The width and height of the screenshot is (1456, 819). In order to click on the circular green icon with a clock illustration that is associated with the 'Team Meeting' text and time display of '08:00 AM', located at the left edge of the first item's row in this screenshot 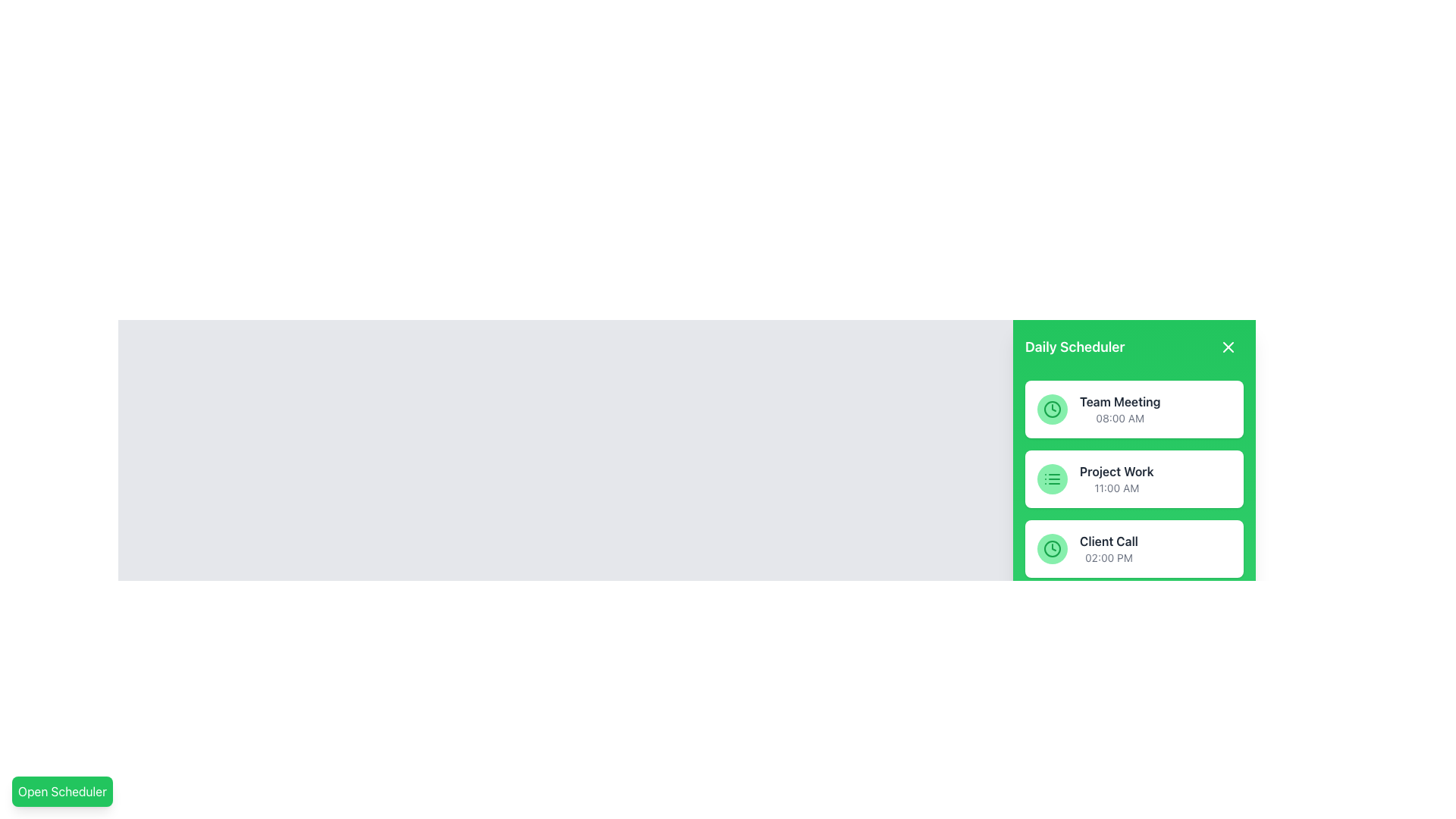, I will do `click(1051, 409)`.